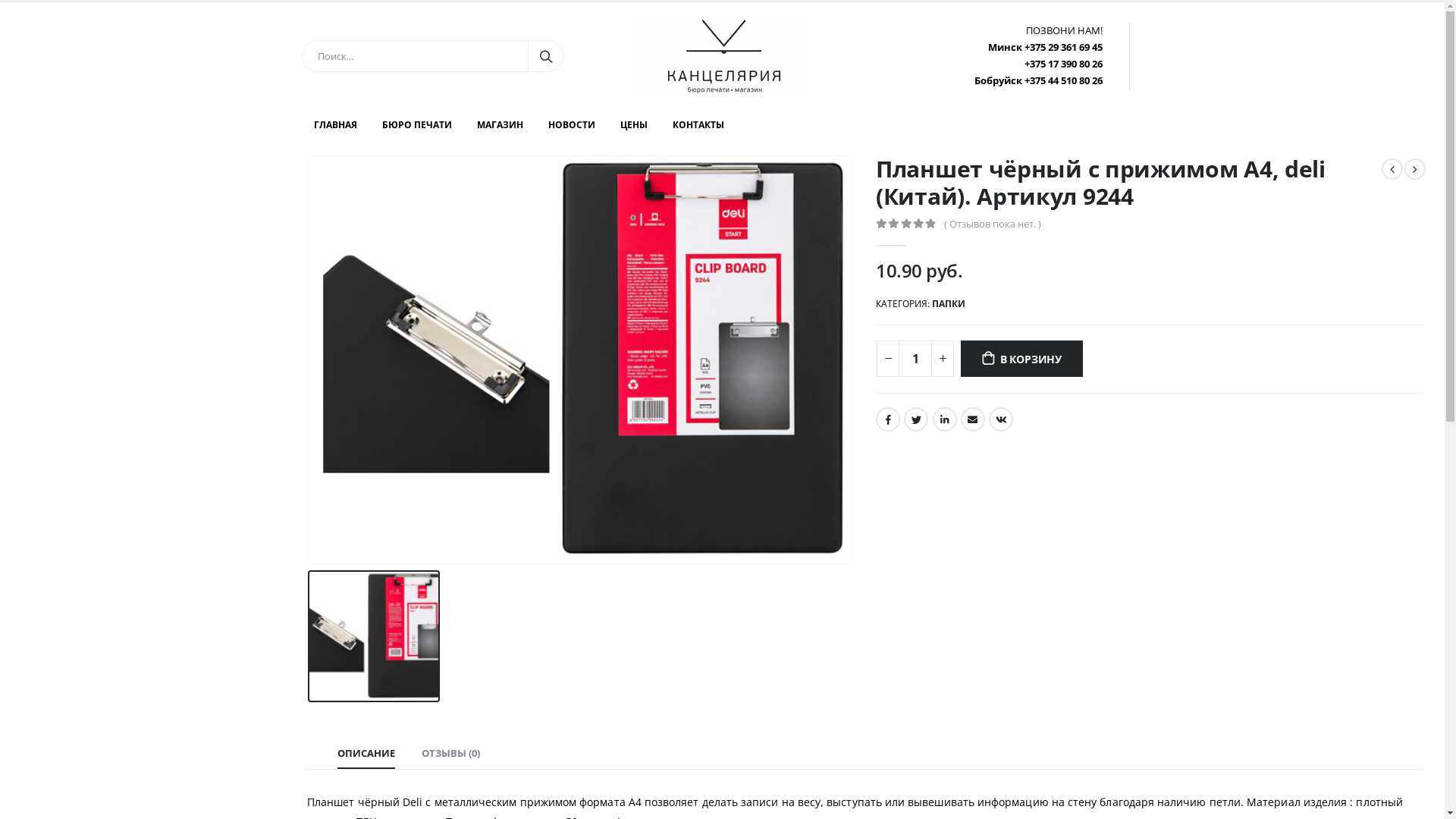  I want to click on '-', so click(888, 359).